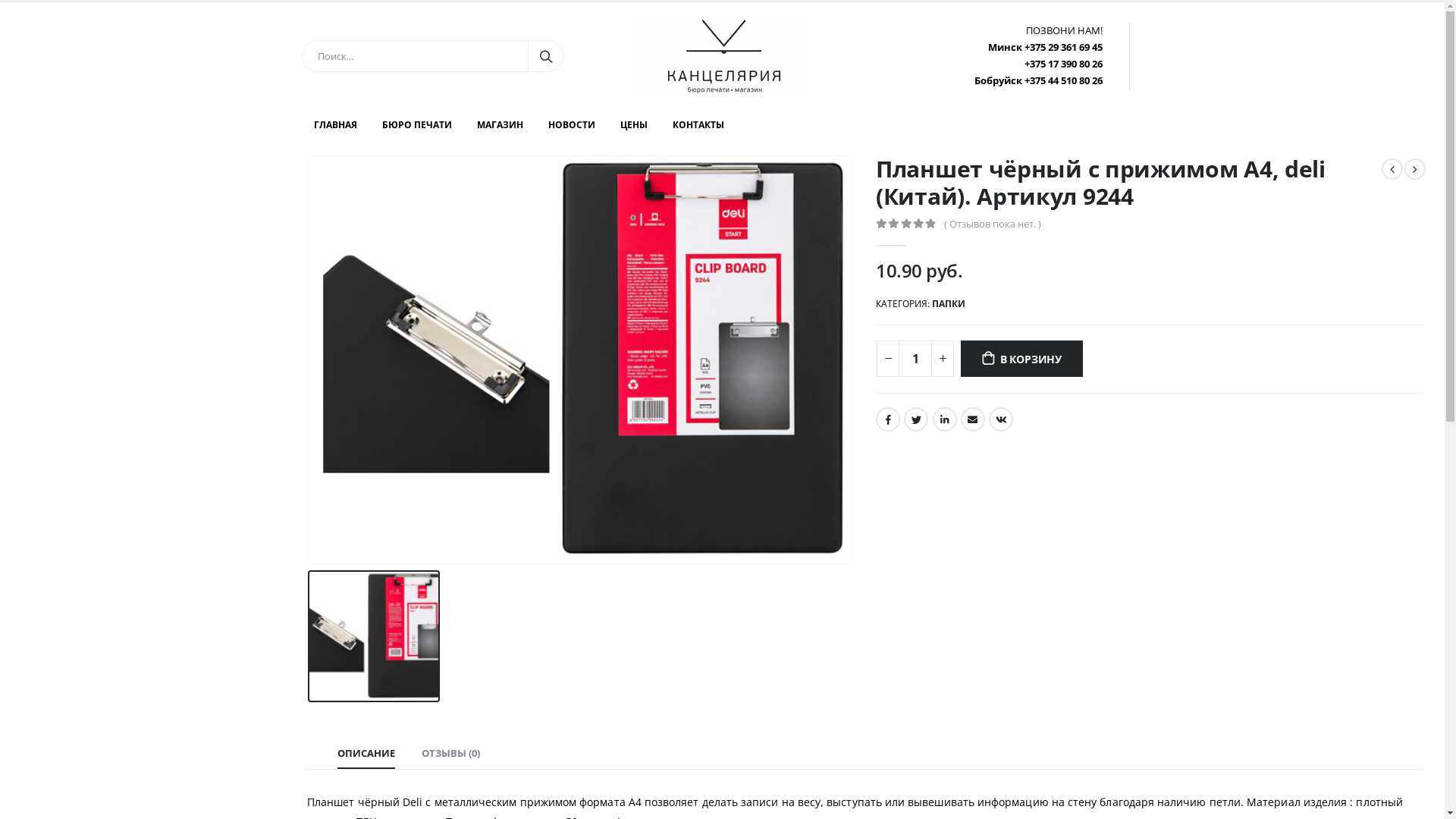  I want to click on '-', so click(888, 359).